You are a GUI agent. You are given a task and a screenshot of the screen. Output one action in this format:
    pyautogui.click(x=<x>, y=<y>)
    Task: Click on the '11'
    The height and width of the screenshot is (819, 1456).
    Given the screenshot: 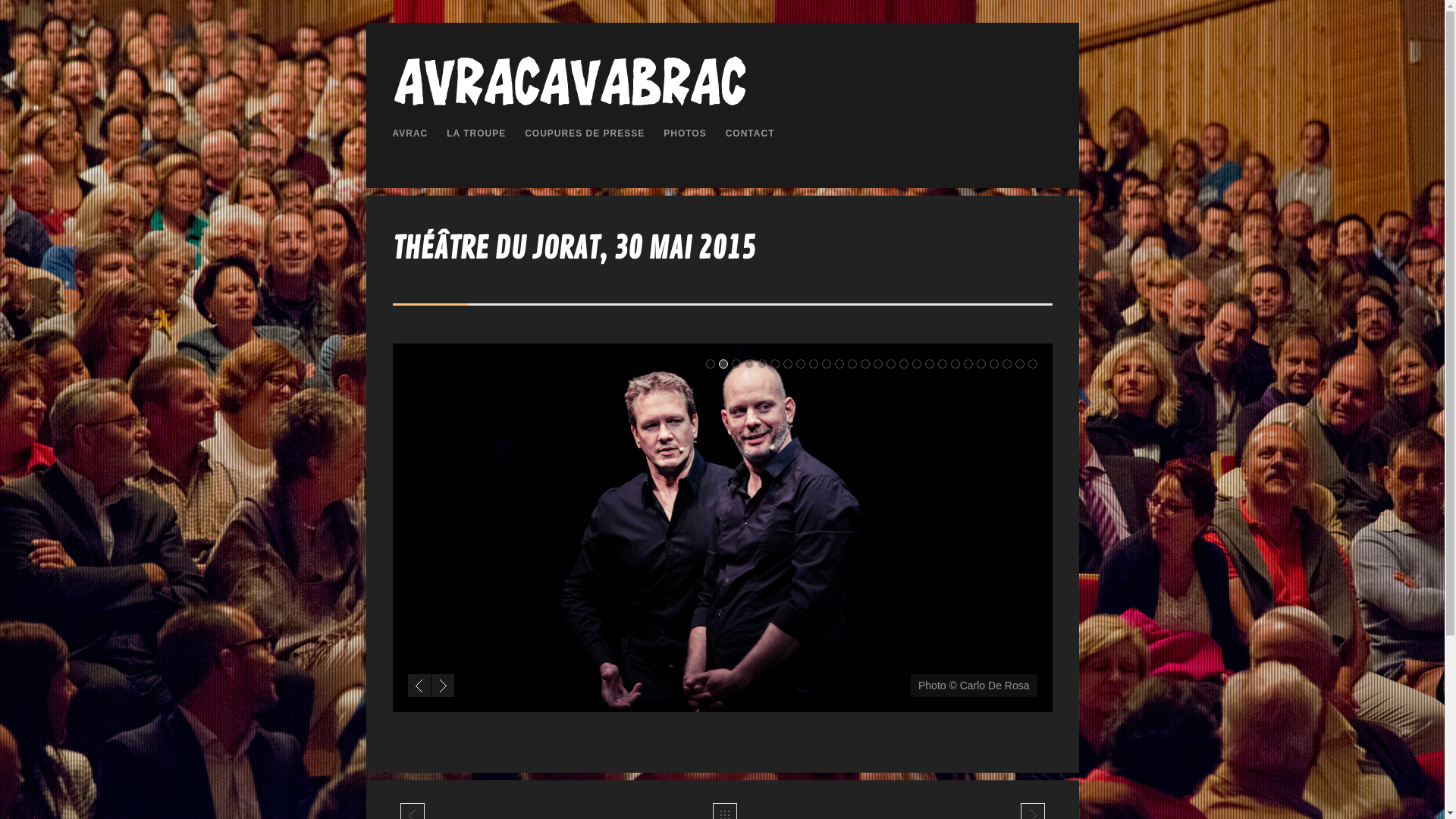 What is the action you would take?
    pyautogui.click(x=837, y=363)
    